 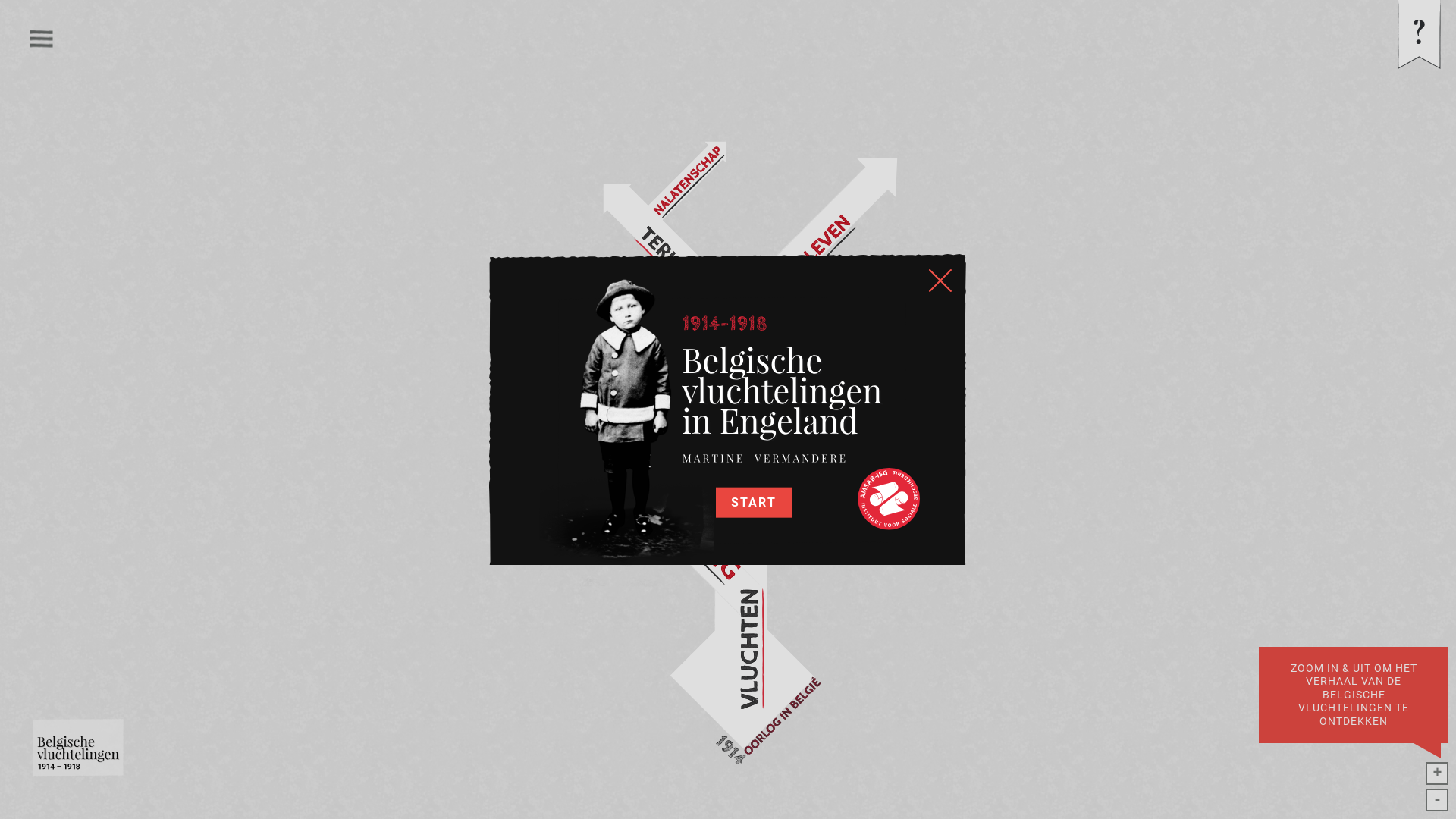 I want to click on '-', so click(x=1436, y=799).